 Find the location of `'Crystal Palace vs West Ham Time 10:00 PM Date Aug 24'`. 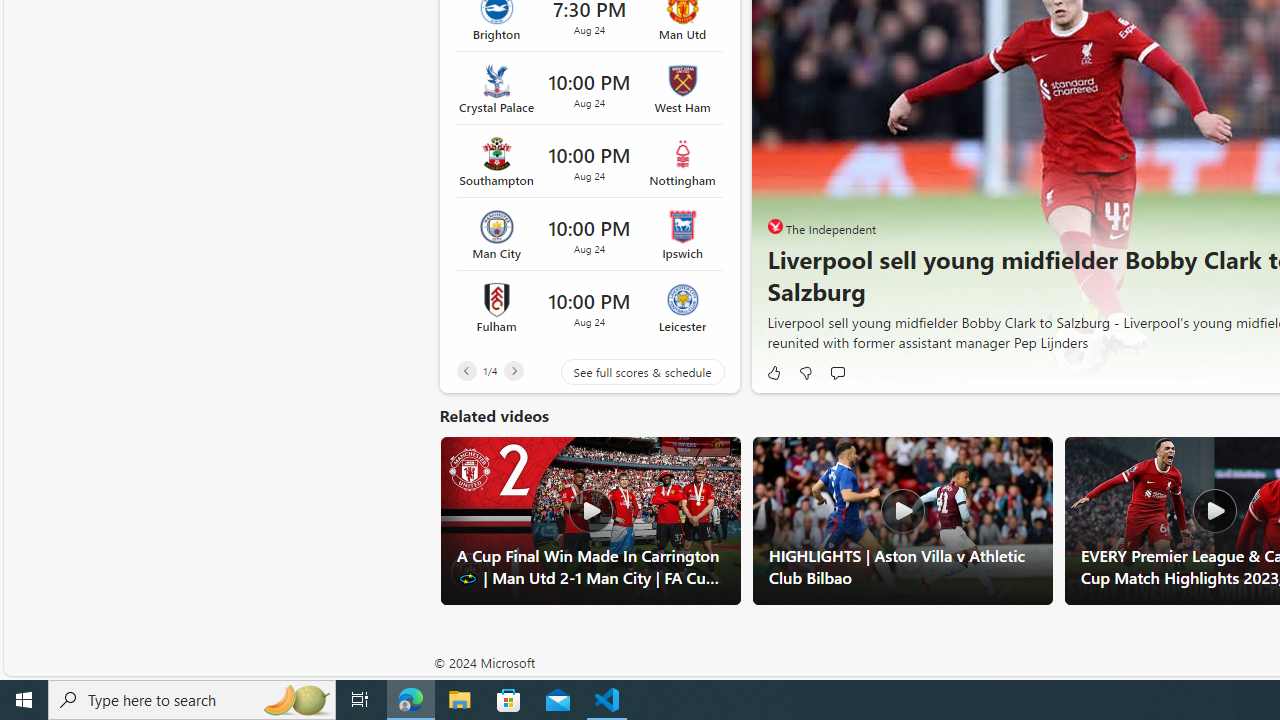

'Crystal Palace vs West Ham Time 10:00 PM Date Aug 24' is located at coordinates (588, 87).